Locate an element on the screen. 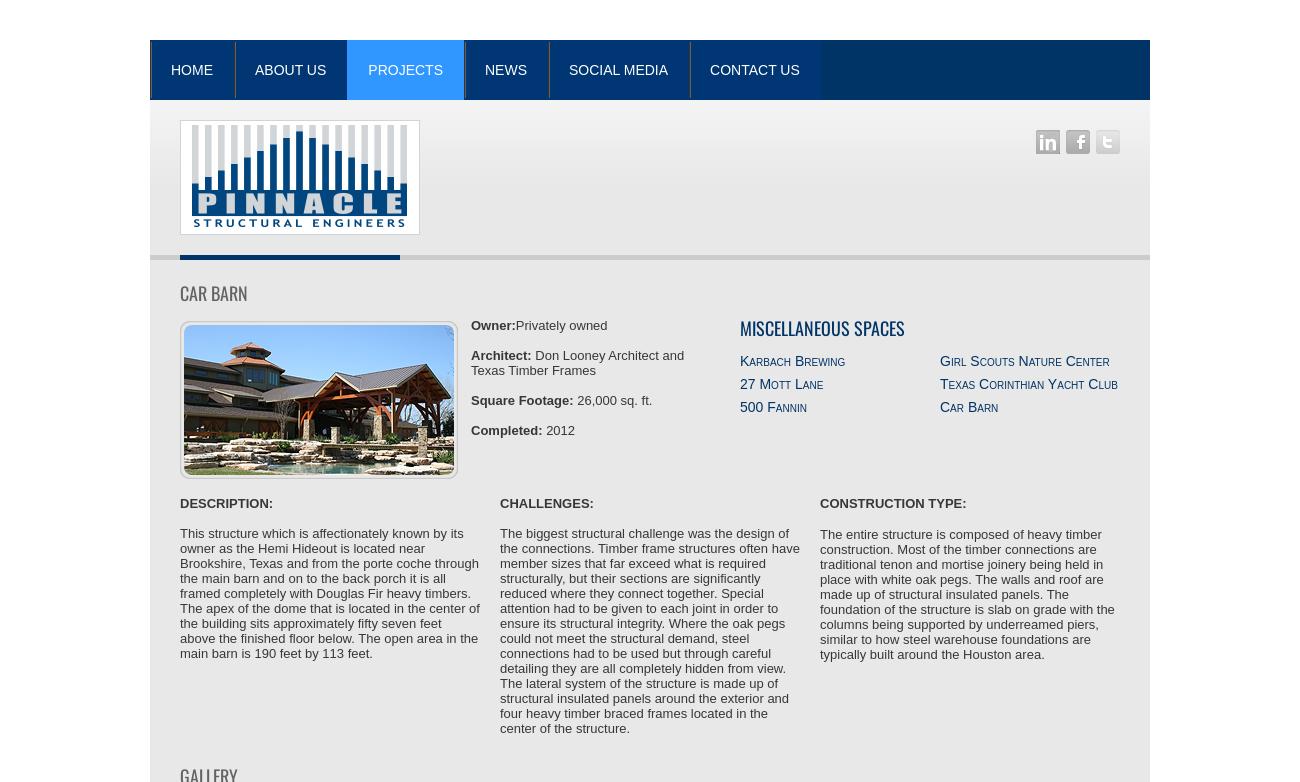 The width and height of the screenshot is (1300, 782). 'Owner:' is located at coordinates (492, 324).